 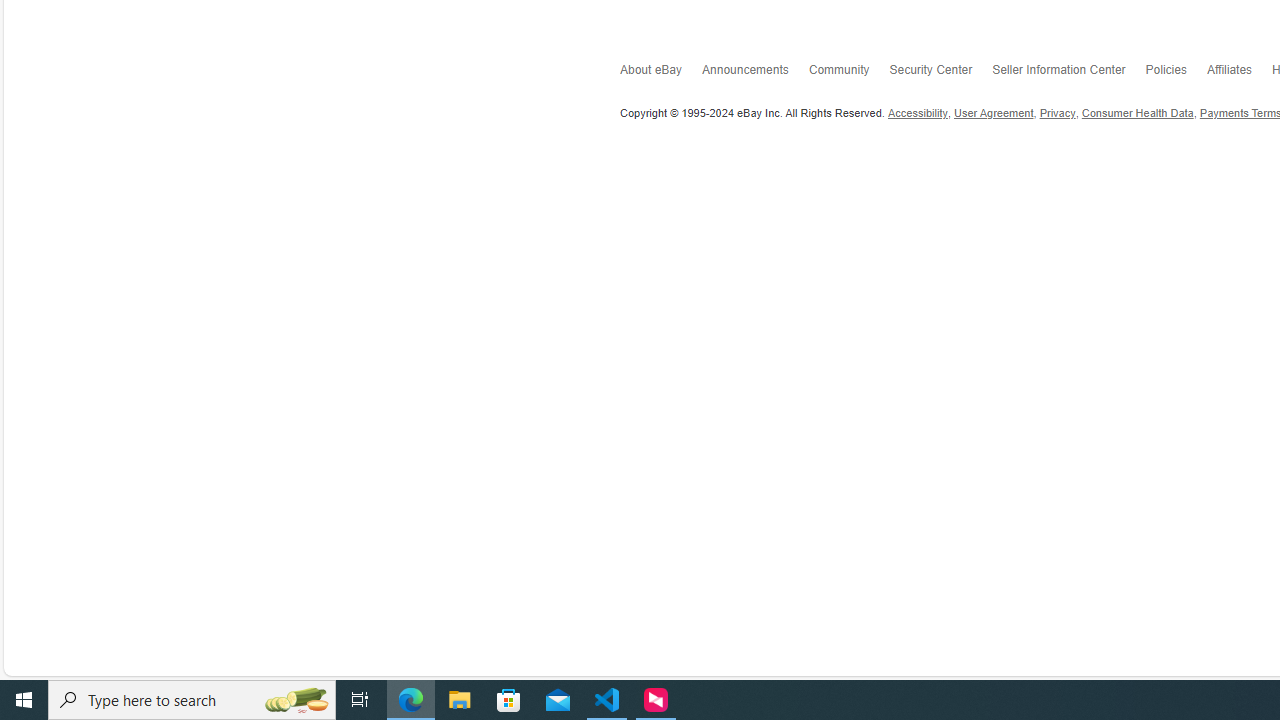 What do you see at coordinates (754, 73) in the screenshot?
I see `'Announcements'` at bounding box center [754, 73].